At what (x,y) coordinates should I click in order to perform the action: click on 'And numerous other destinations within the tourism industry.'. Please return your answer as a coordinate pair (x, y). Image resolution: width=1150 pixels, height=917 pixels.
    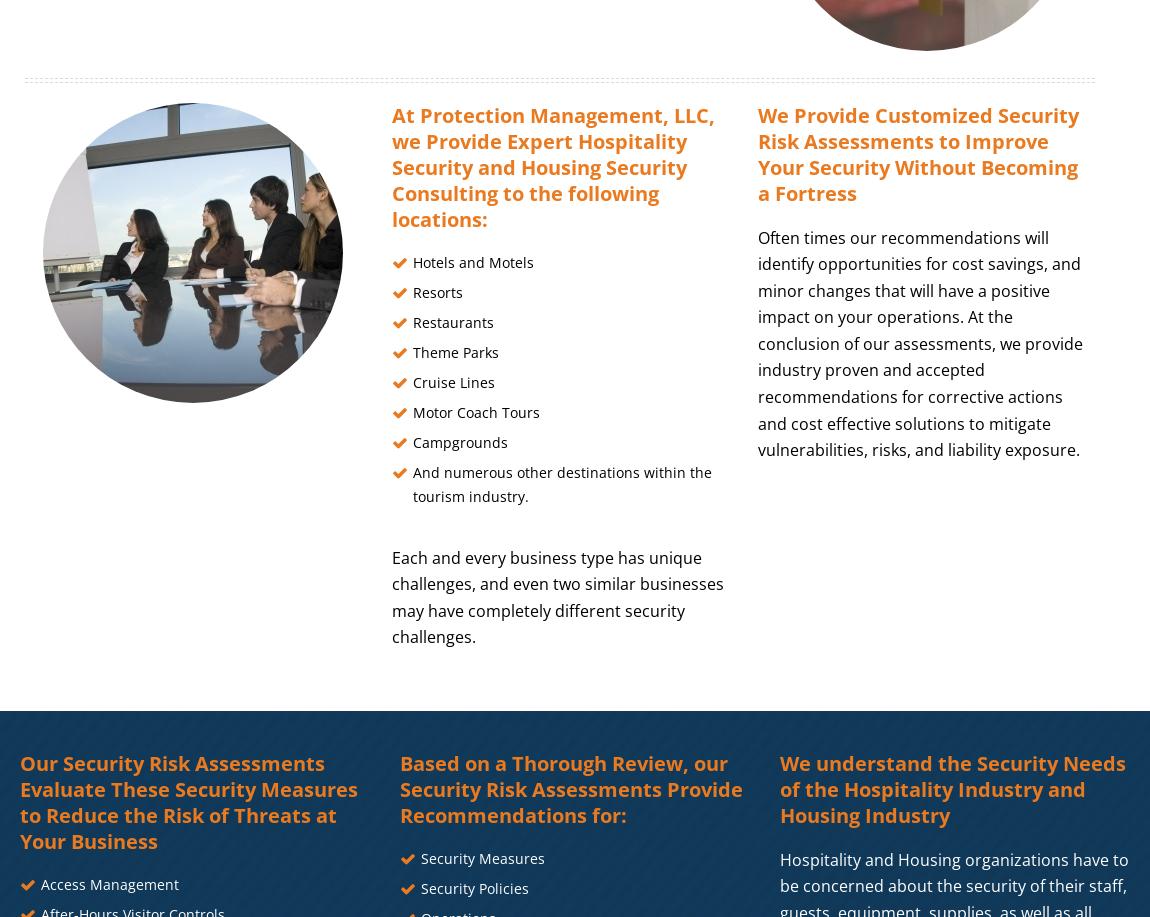
    Looking at the image, I should click on (412, 482).